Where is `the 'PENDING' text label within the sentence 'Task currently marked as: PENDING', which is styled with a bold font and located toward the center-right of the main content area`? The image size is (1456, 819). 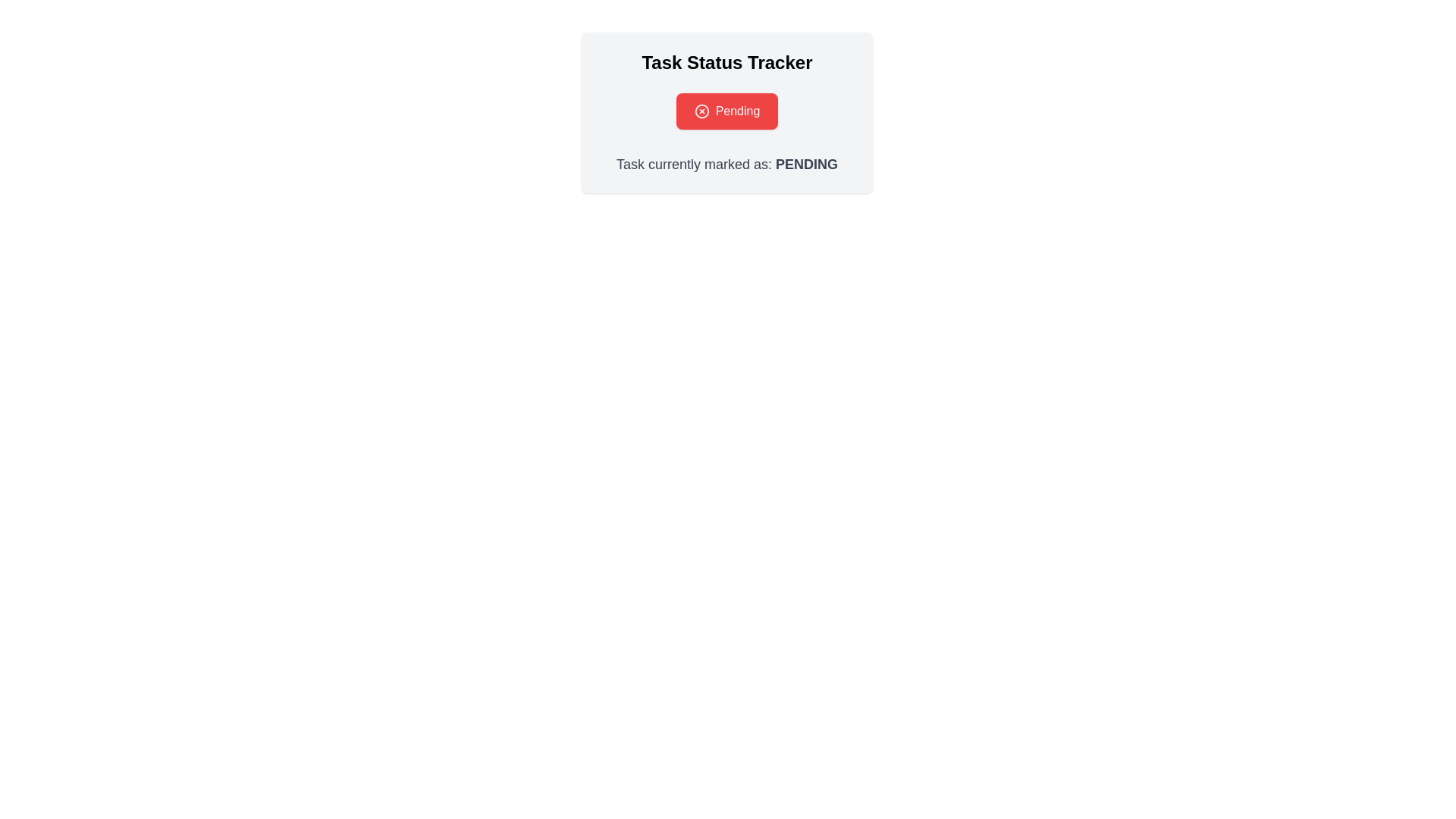
the 'PENDING' text label within the sentence 'Task currently marked as: PENDING', which is styled with a bold font and located toward the center-right of the main content area is located at coordinates (806, 164).